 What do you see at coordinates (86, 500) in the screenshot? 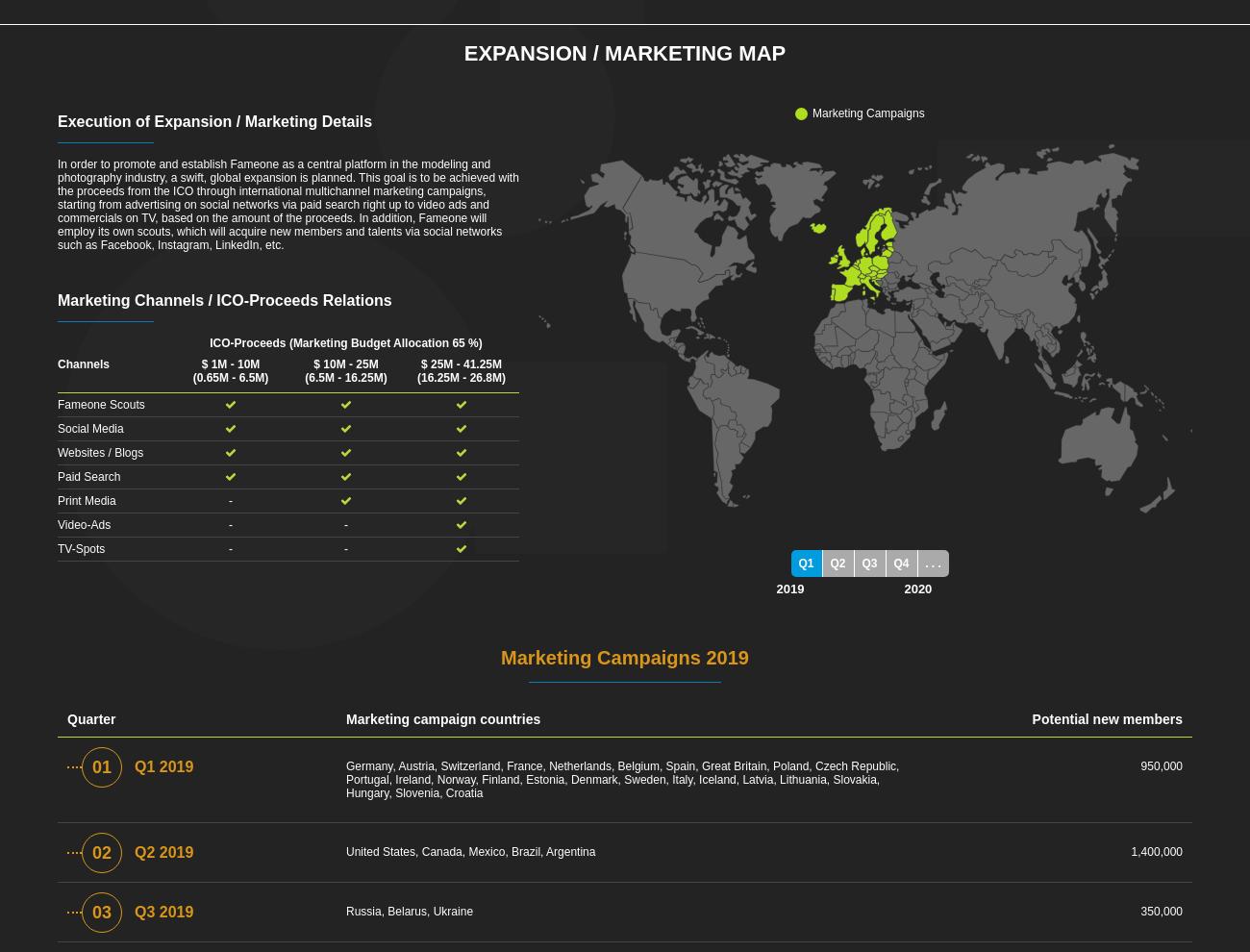
I see `'Print Media'` at bounding box center [86, 500].